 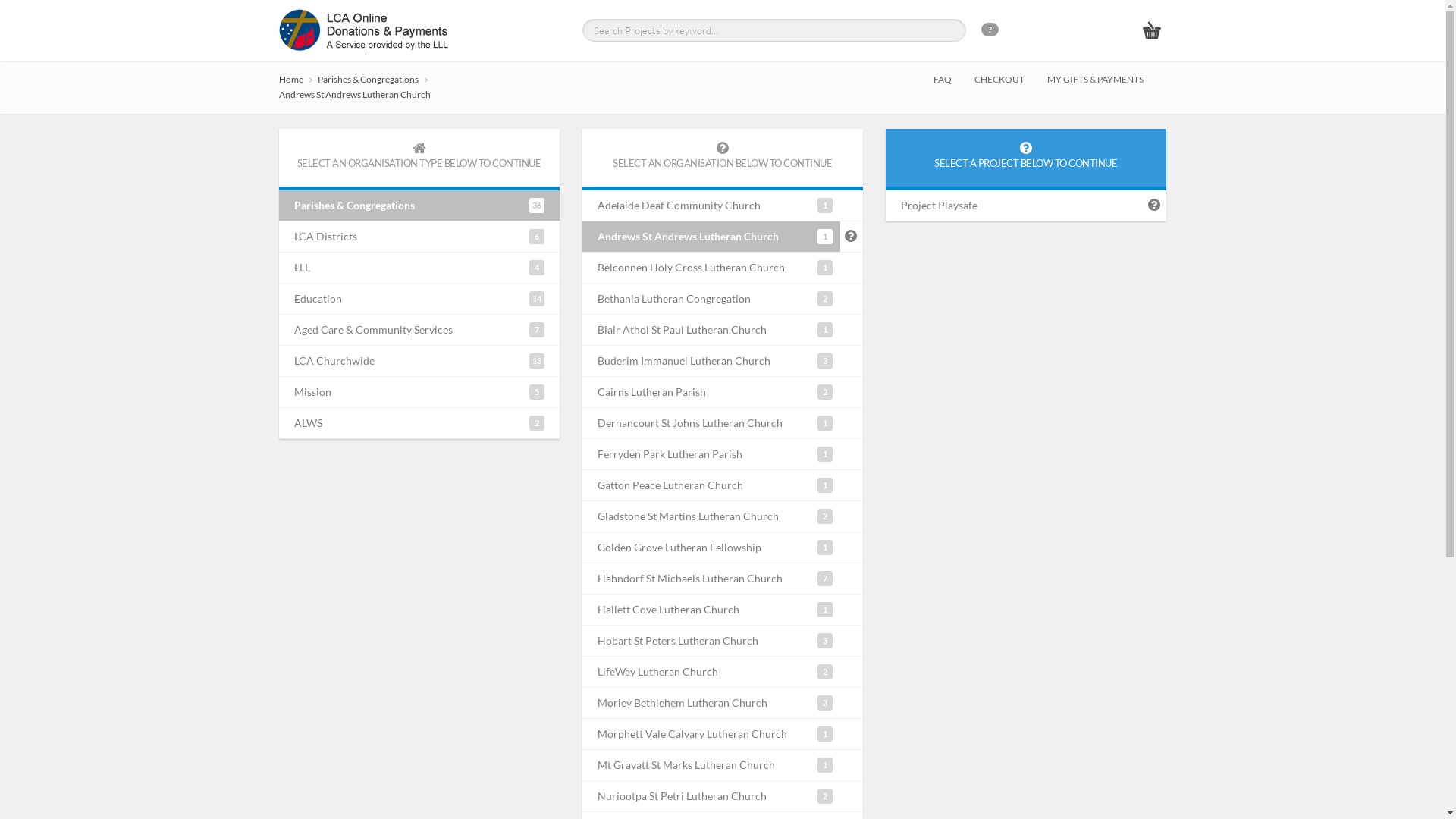 What do you see at coordinates (1009, 79) in the screenshot?
I see `'CHECKOUT'` at bounding box center [1009, 79].